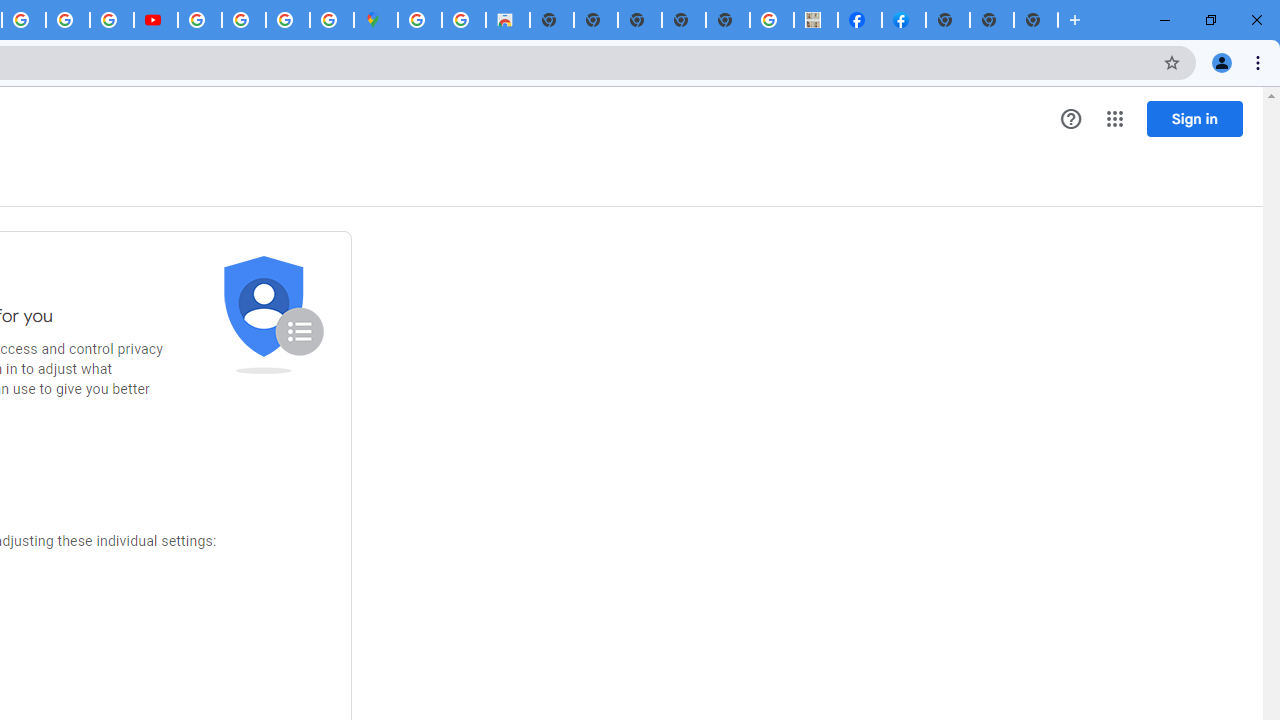  What do you see at coordinates (902, 20) in the screenshot?
I see `'Sign Up for Facebook'` at bounding box center [902, 20].